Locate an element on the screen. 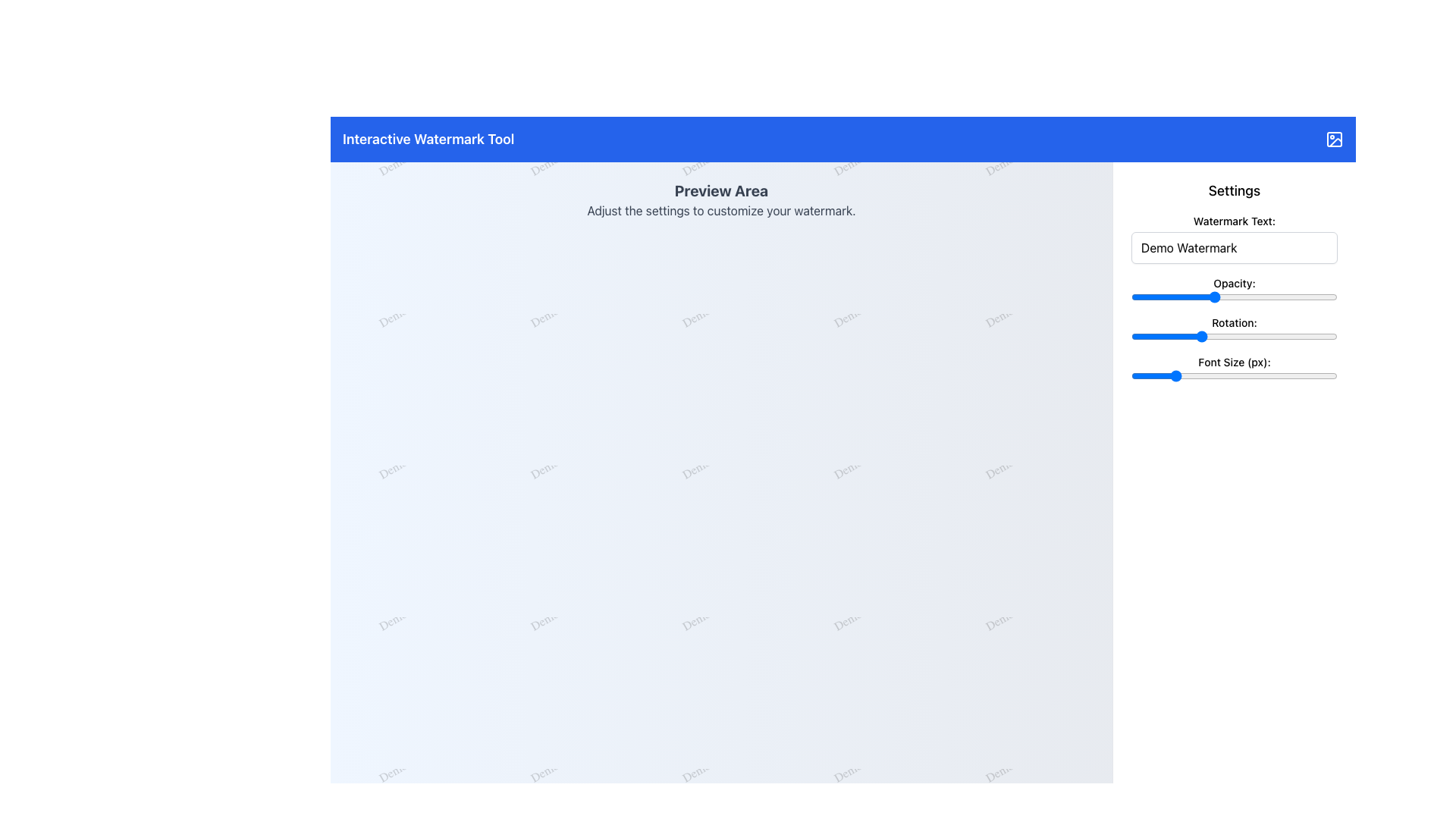  the text label displaying 'Adjust the settings to customize your watermark.' which is located below the bold title 'Preview Area.' is located at coordinates (720, 210).